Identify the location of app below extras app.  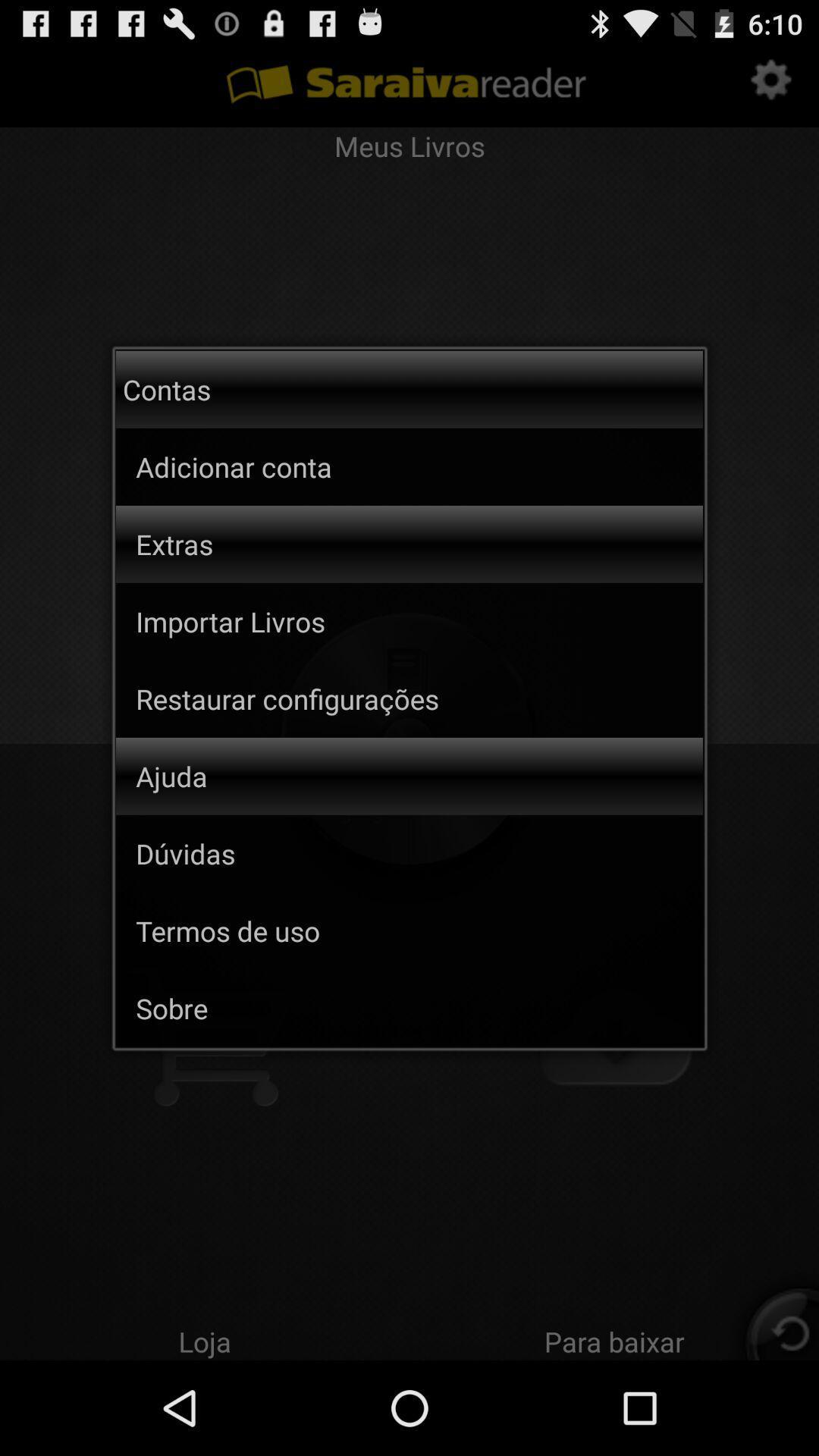
(419, 621).